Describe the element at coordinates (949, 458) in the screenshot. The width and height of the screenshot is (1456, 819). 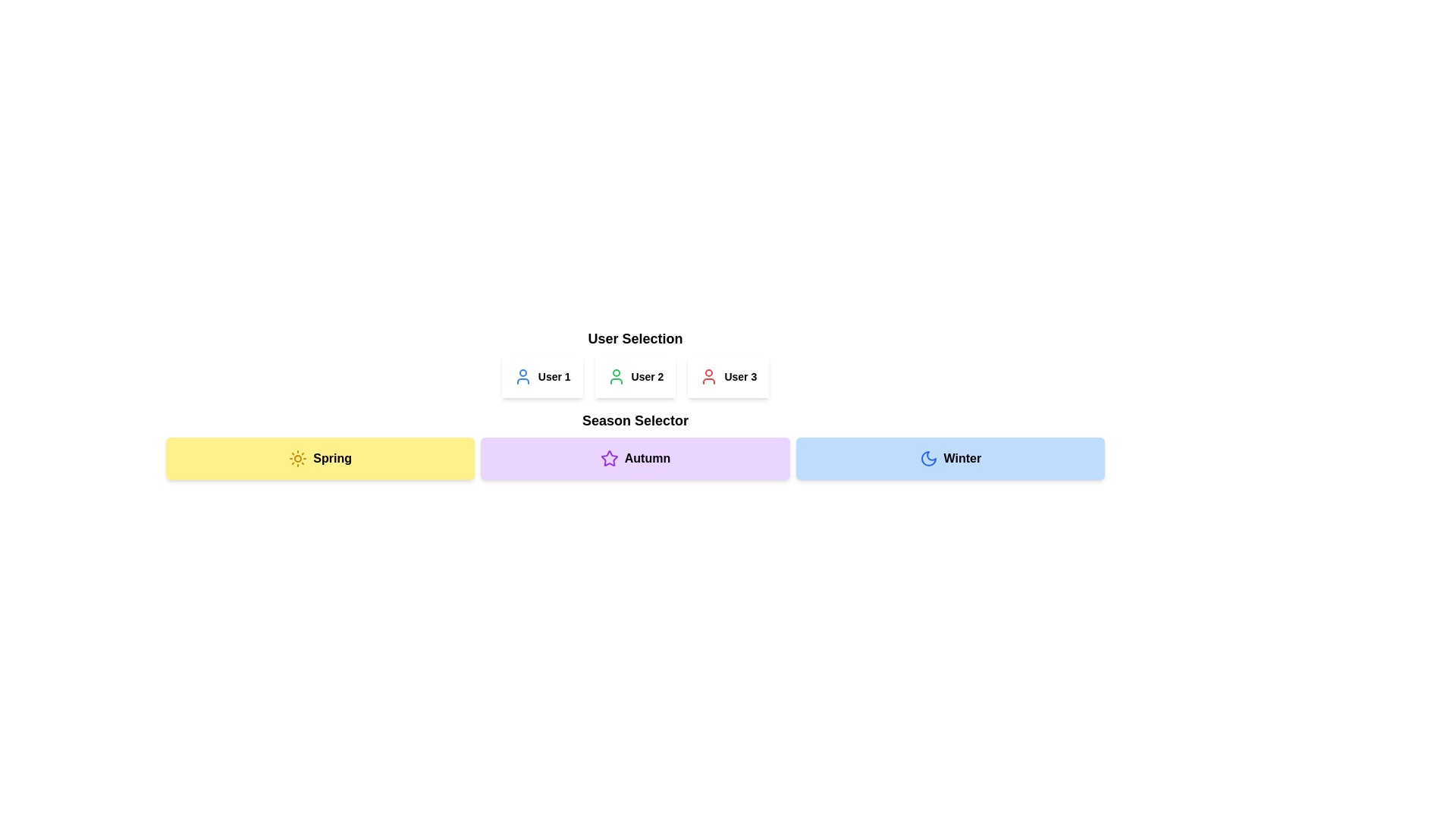
I see `the 'Winter' season selection button, which is the rightmost button in a horizontal list located below the 'Season Selector' section` at that location.